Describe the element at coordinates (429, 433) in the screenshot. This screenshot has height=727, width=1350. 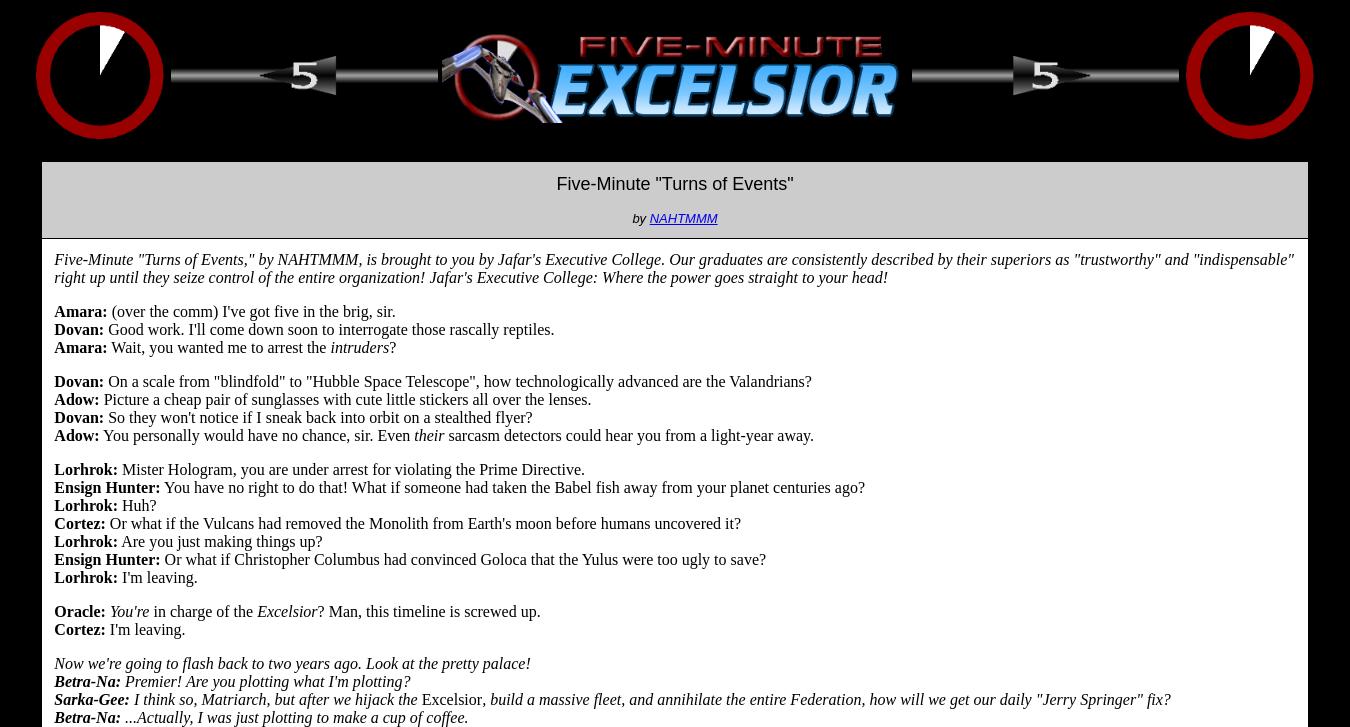
I see `'their'` at that location.